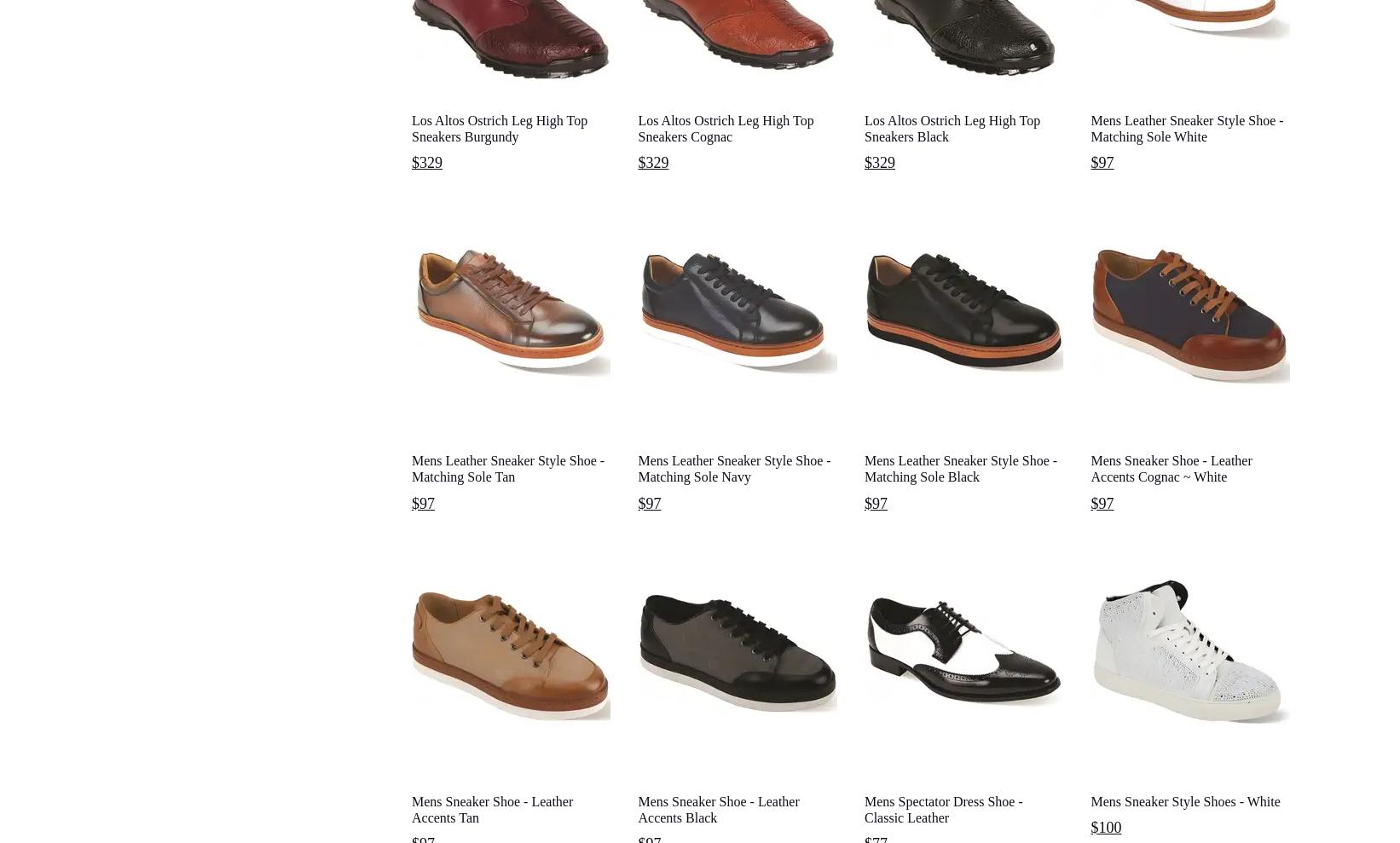  What do you see at coordinates (1038, 679) in the screenshot?
I see `'vaqueros'` at bounding box center [1038, 679].